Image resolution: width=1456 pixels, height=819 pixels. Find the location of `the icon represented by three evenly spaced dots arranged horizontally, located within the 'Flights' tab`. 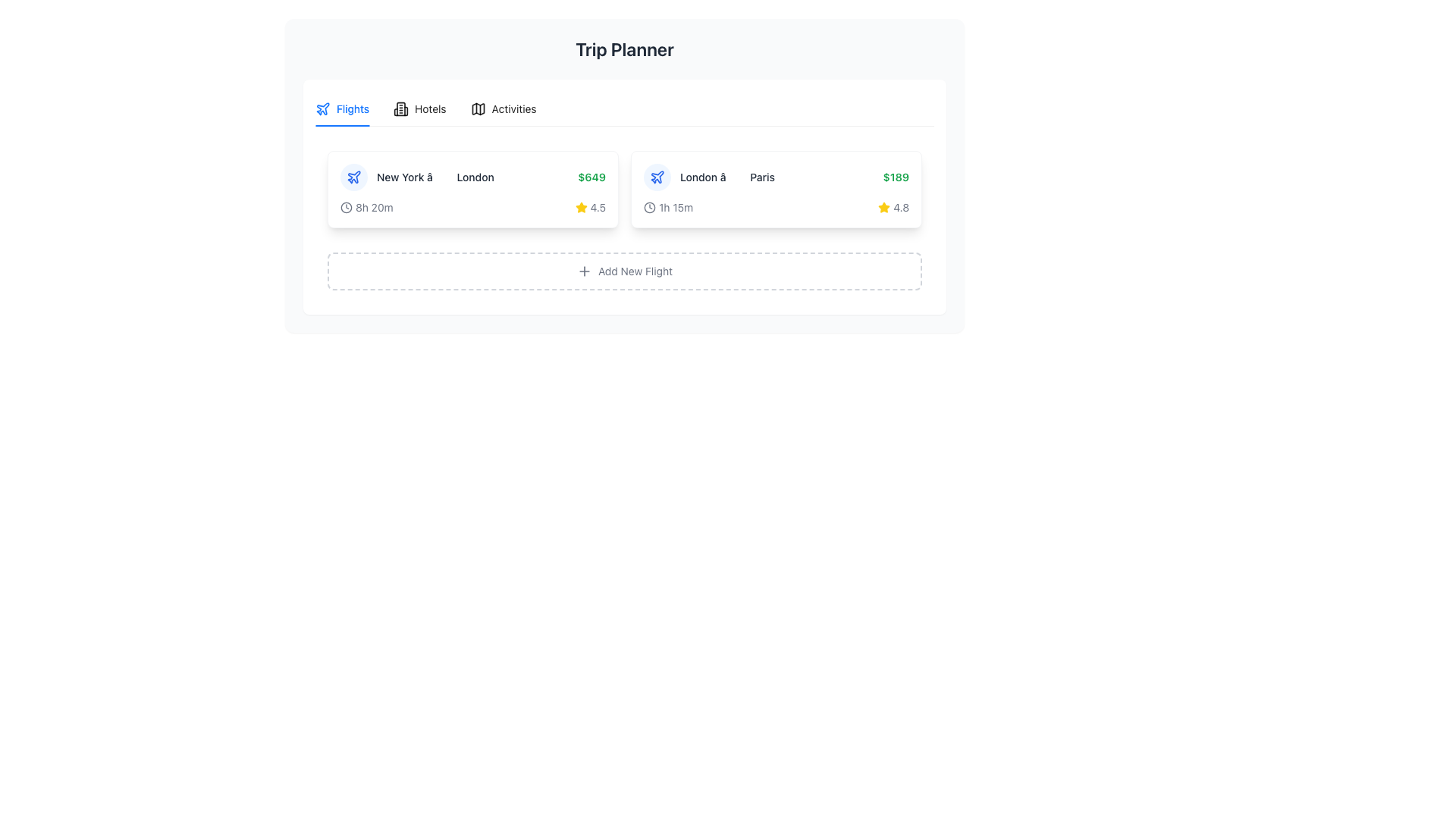

the icon represented by three evenly spaced dots arranged horizontally, located within the 'Flights' tab is located at coordinates (331, 104).